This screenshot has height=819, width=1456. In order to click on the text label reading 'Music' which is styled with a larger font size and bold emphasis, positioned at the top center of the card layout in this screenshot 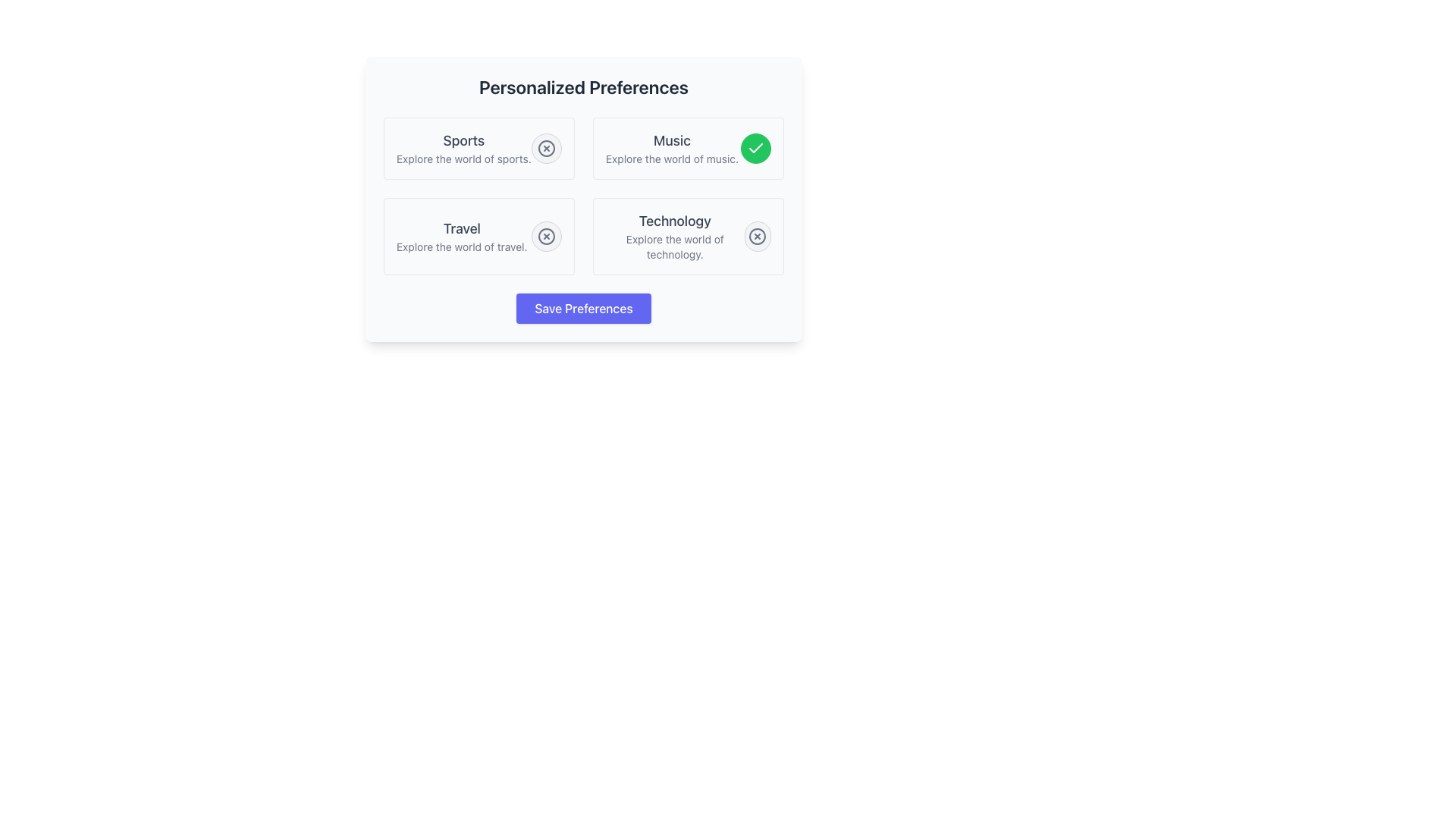, I will do `click(671, 140)`.